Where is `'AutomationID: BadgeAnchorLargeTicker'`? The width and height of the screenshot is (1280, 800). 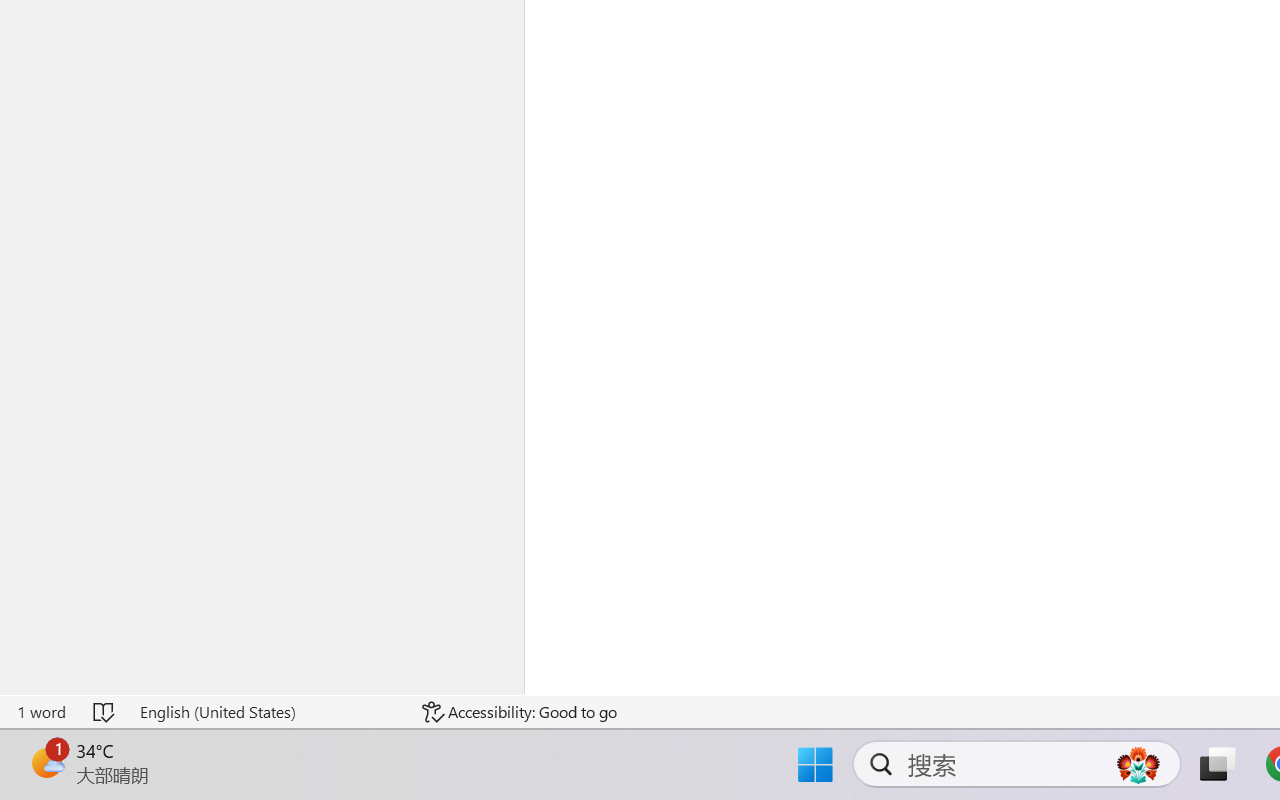 'AutomationID: BadgeAnchorLargeTicker' is located at coordinates (46, 762).